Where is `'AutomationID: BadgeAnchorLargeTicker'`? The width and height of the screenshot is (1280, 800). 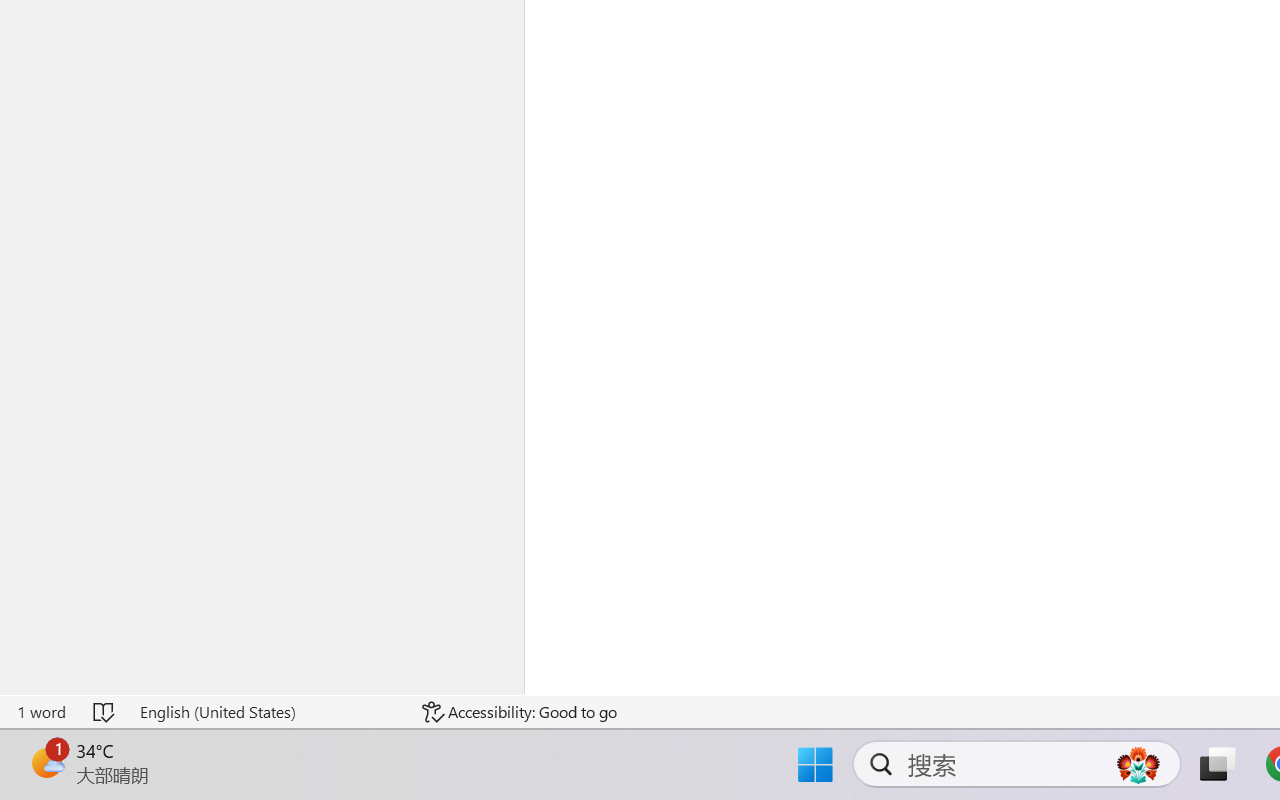 'AutomationID: BadgeAnchorLargeTicker' is located at coordinates (46, 762).